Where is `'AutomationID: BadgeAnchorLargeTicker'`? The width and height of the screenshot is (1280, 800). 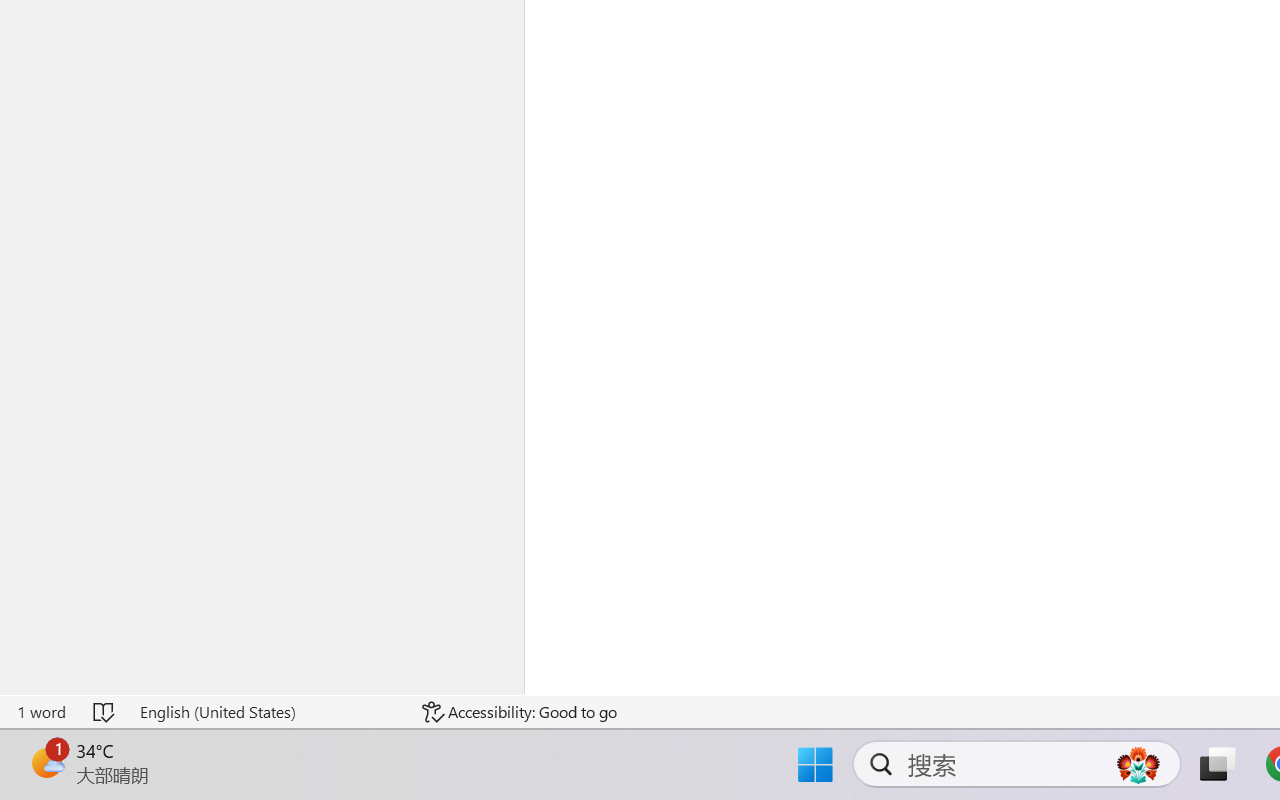 'AutomationID: BadgeAnchorLargeTicker' is located at coordinates (46, 762).